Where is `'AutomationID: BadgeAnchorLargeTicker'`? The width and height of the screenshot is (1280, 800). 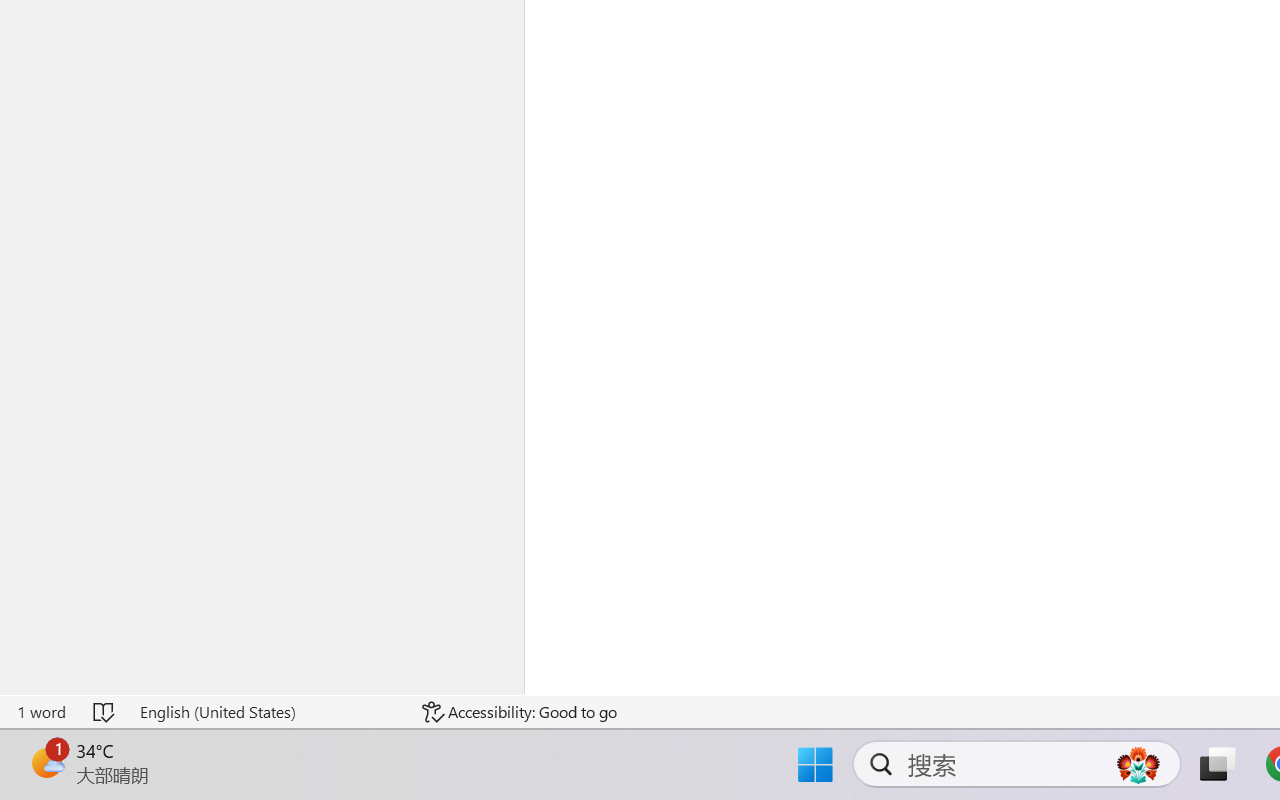 'AutomationID: BadgeAnchorLargeTicker' is located at coordinates (46, 762).